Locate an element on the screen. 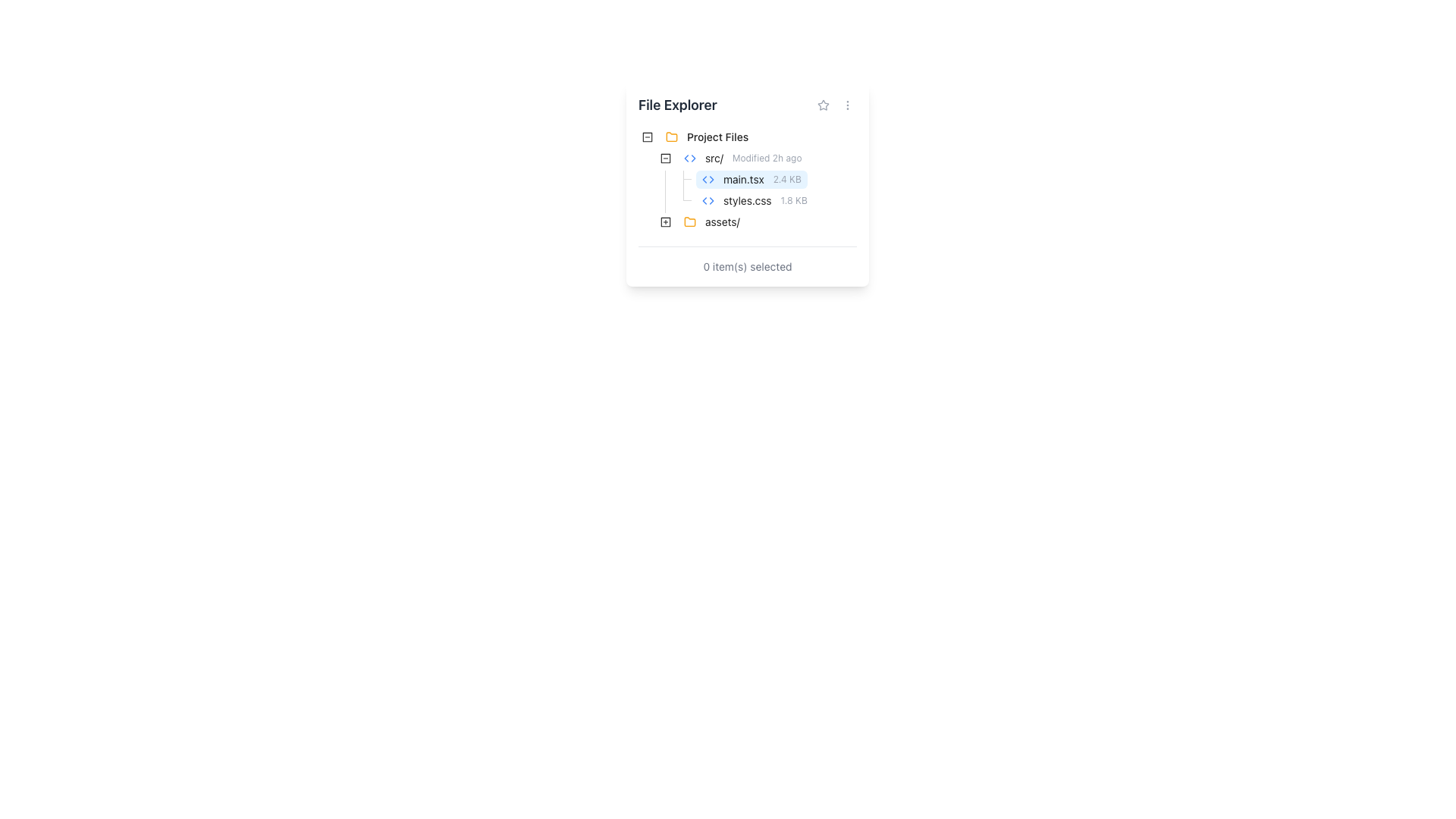 The height and width of the screenshot is (819, 1456). the Icon button resembling a minus symbol inside a square, located in the middle of the expandable folder tree structure in the 'File Explorer' component is located at coordinates (666, 158).